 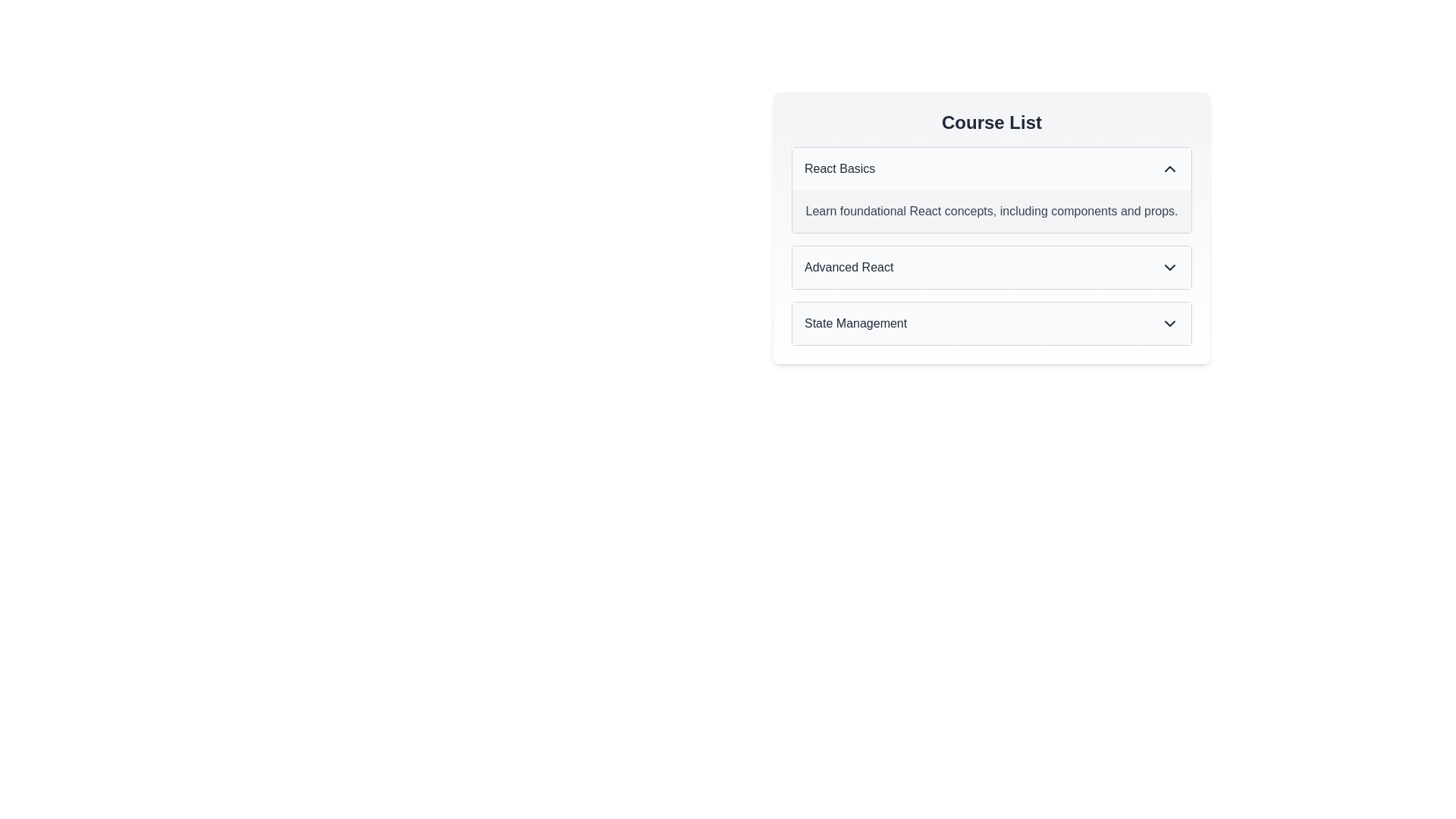 I want to click on the collapsible section element titled 'Advanced React', so click(x=992, y=245).